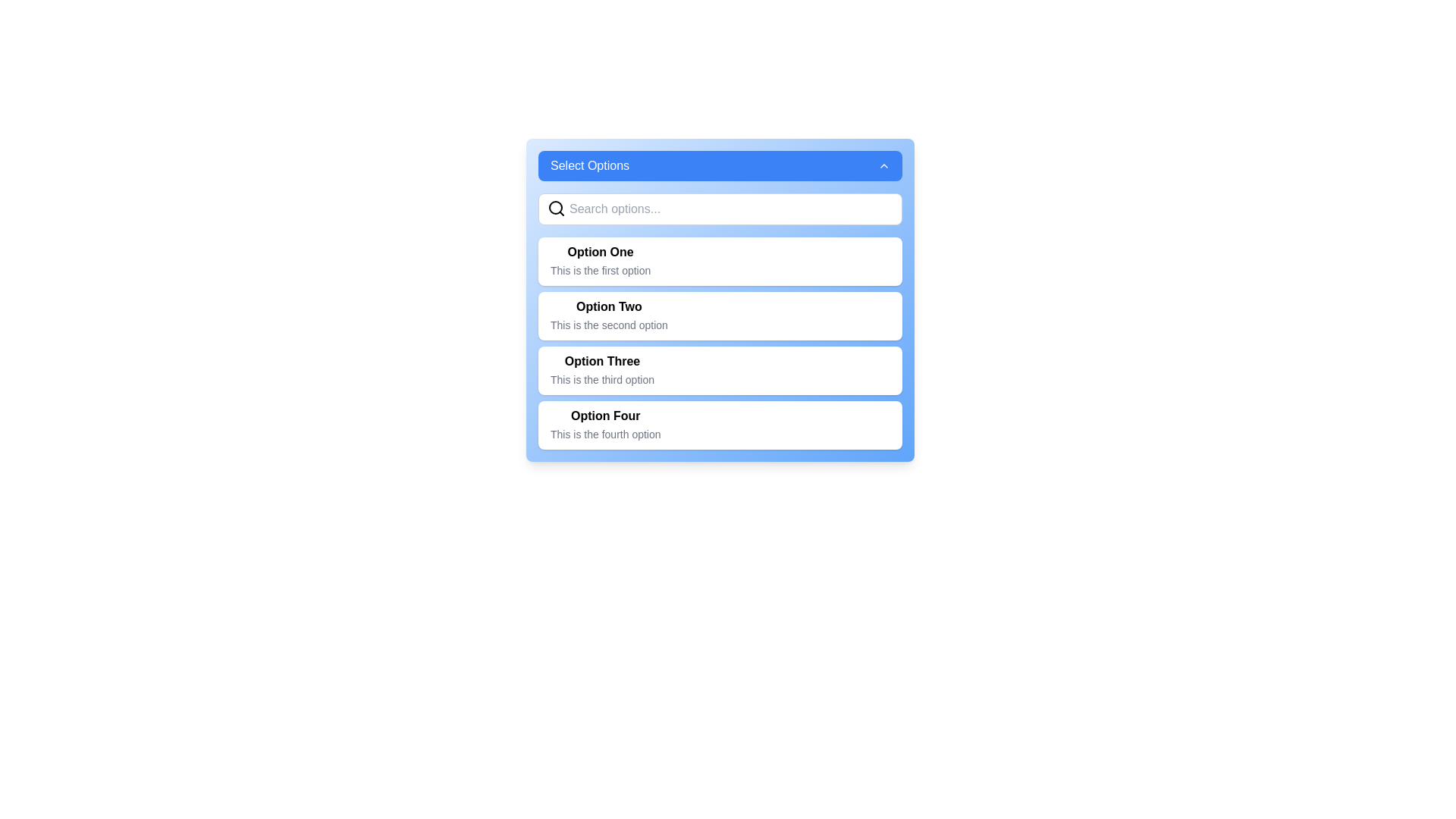  I want to click on the list item styled with a white background and light blue border that contains the title 'Option Two', so click(720, 321).